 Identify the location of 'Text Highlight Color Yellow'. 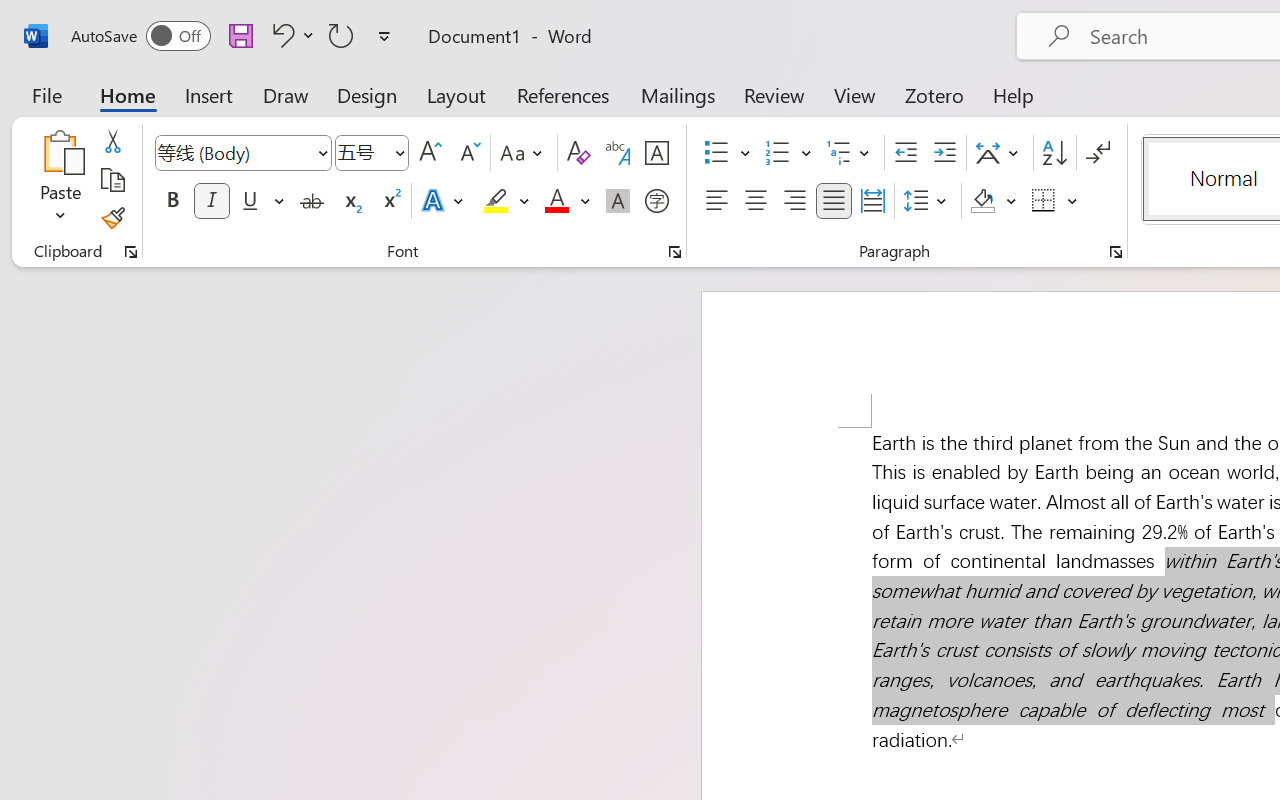
(496, 201).